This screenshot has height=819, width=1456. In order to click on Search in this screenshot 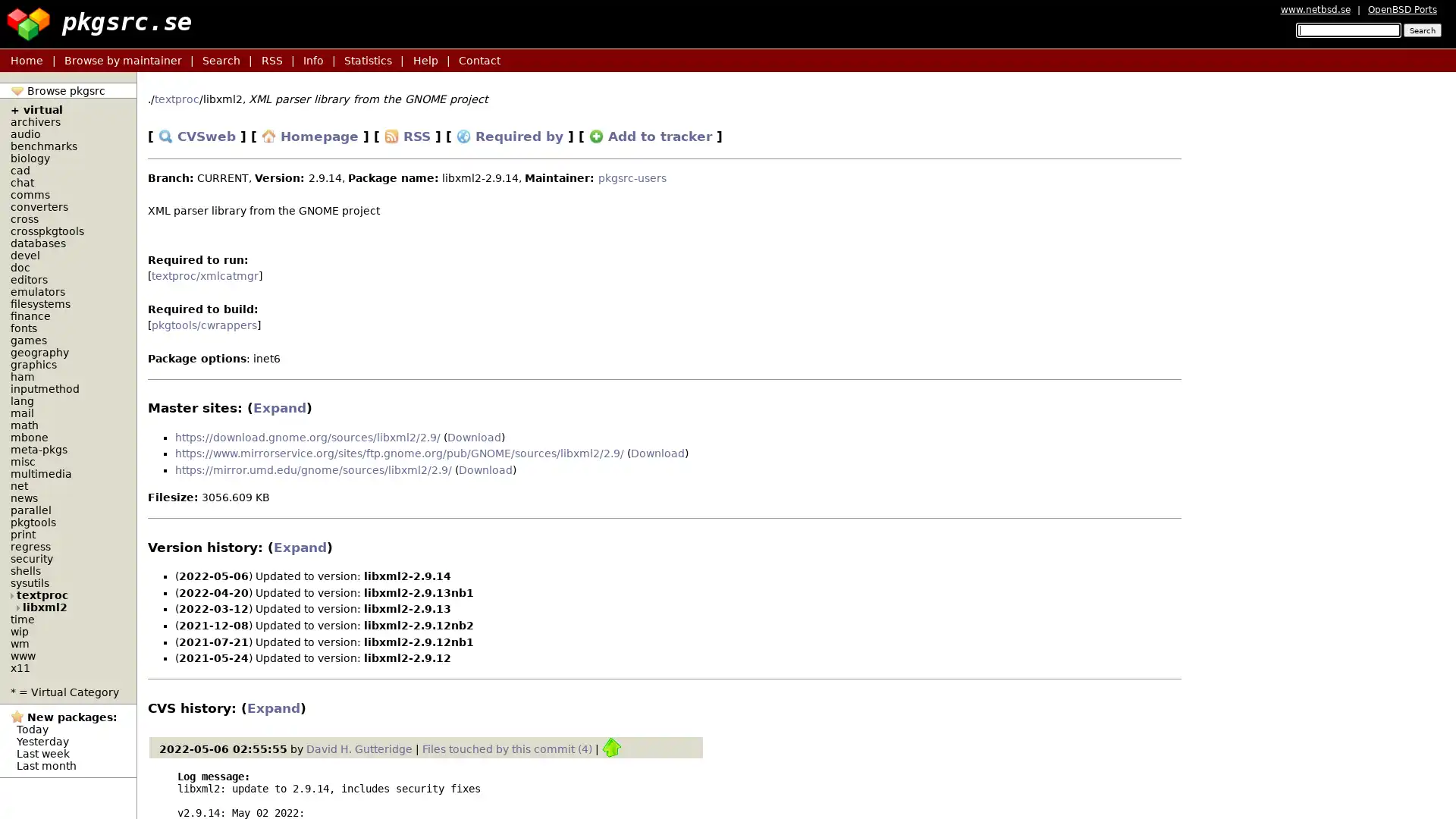, I will do `click(1421, 30)`.